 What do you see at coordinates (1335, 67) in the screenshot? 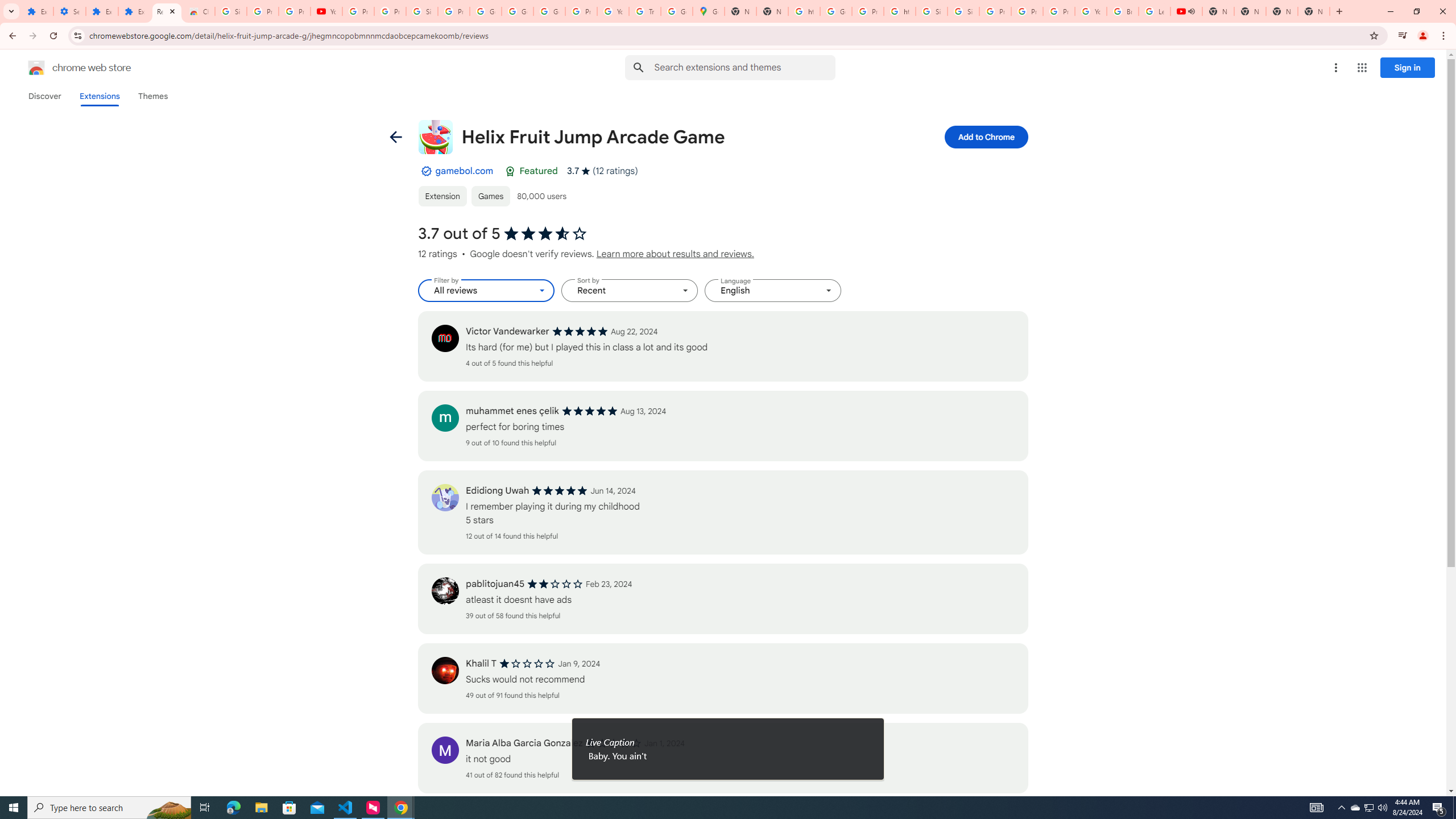
I see `'More options menu'` at bounding box center [1335, 67].